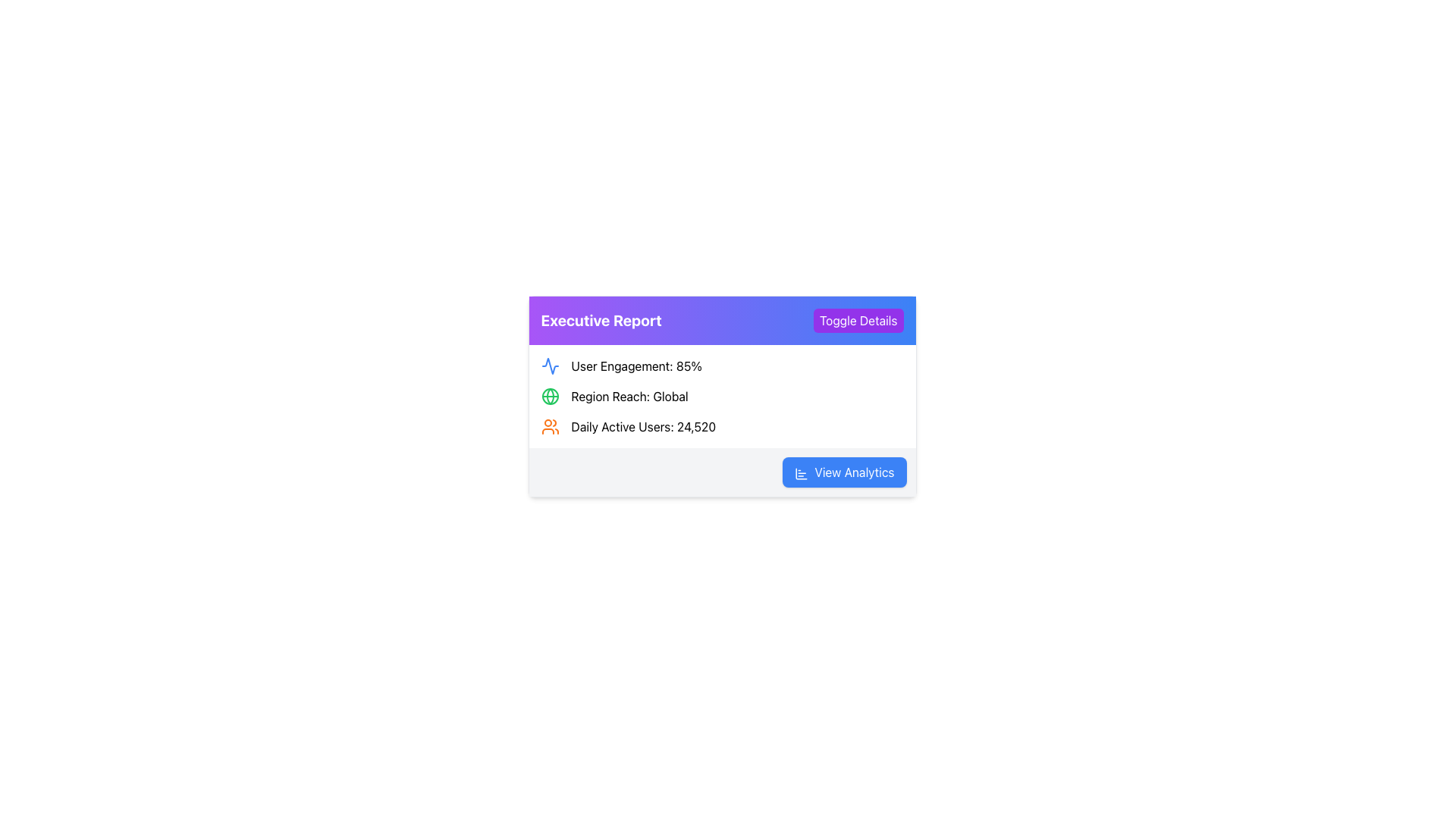  Describe the element at coordinates (549, 396) in the screenshot. I see `the green circular globe icon that represents global reach, located to the left of the text 'Region Reach: Global' in the 'Executive Report' section` at that location.